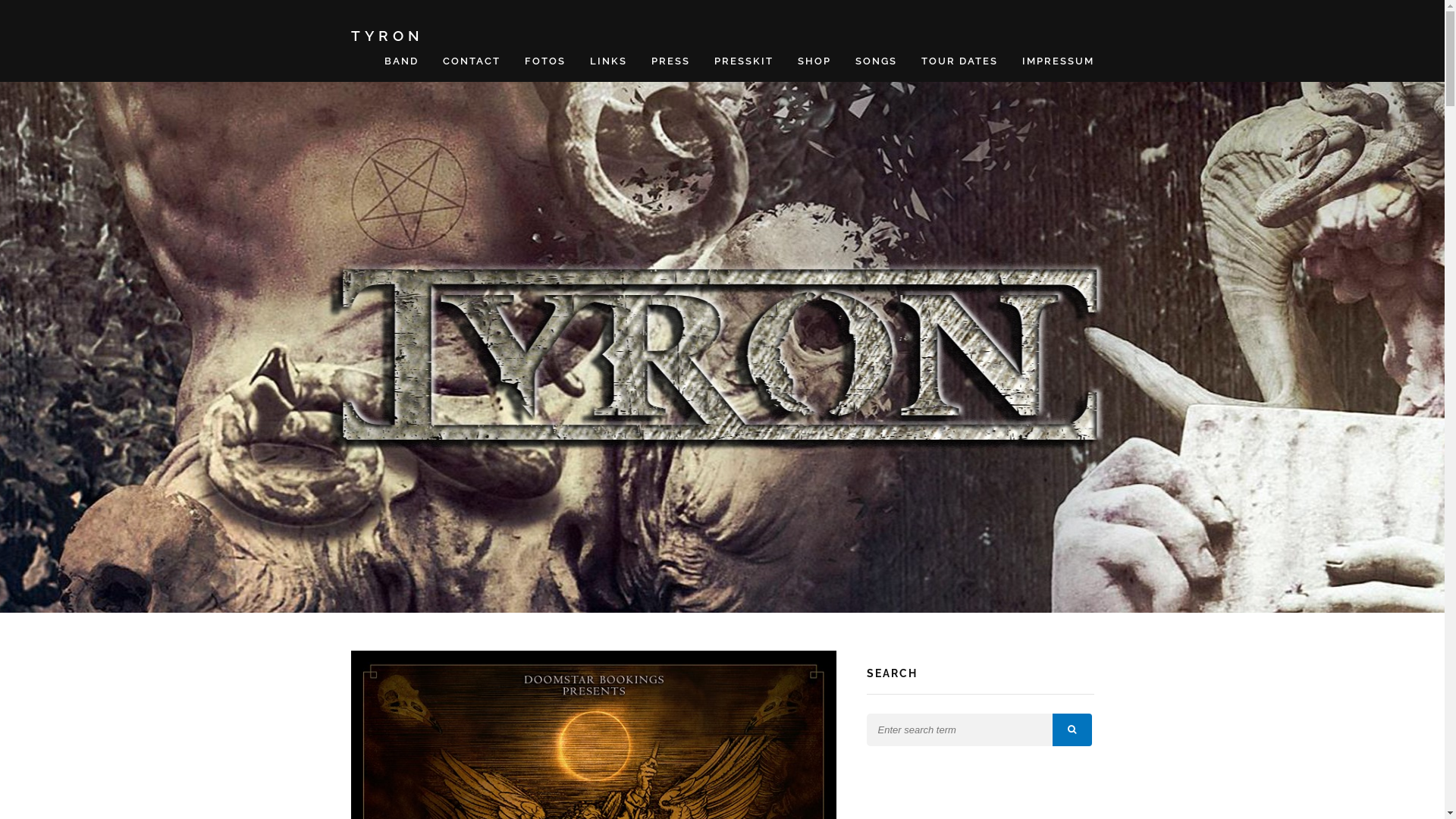 This screenshot has height=819, width=1456. I want to click on 'SHOP', so click(814, 61).